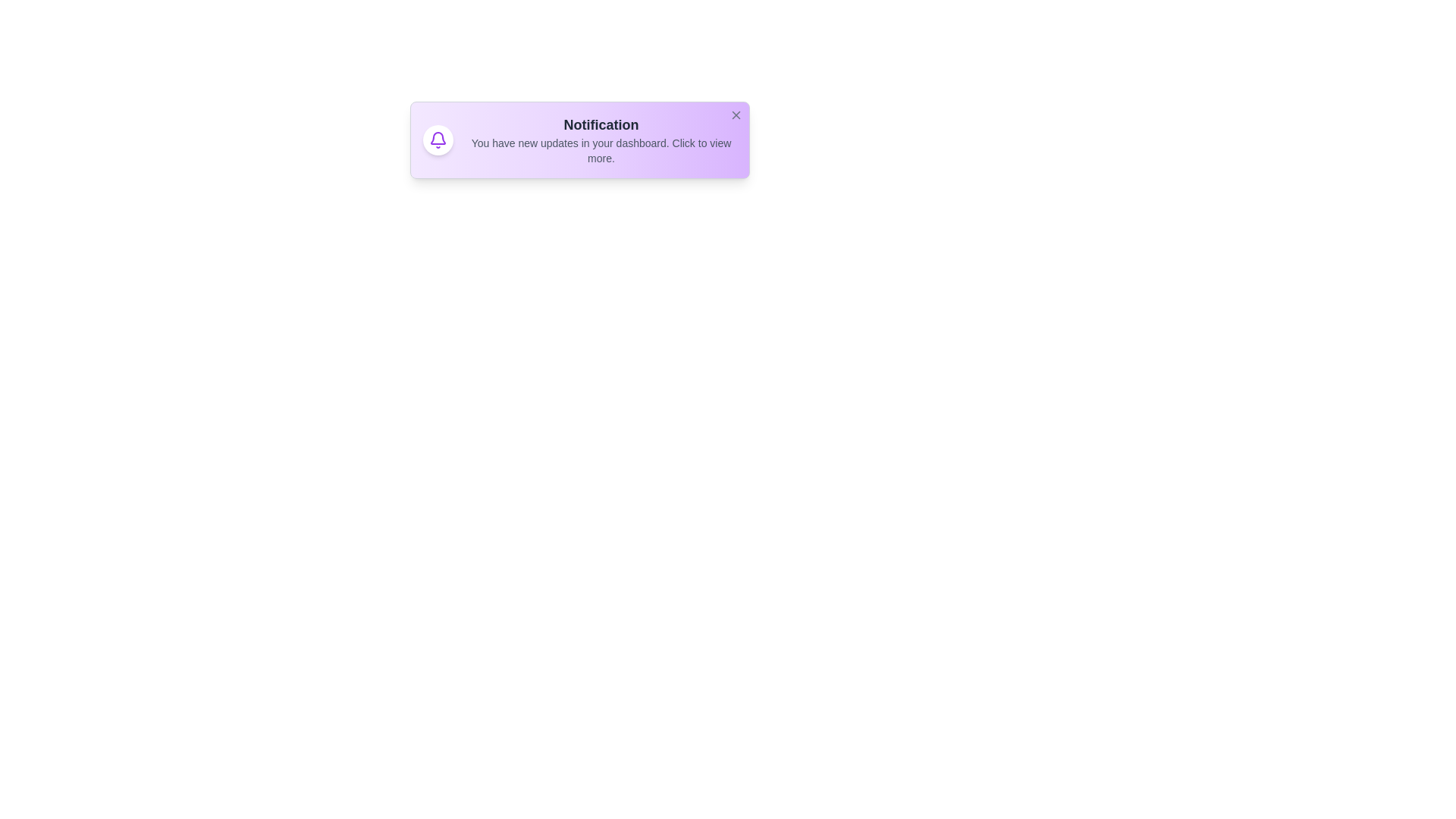 This screenshot has height=819, width=1456. Describe the element at coordinates (736, 114) in the screenshot. I see `the close button located at the top right corner of the notification card` at that location.